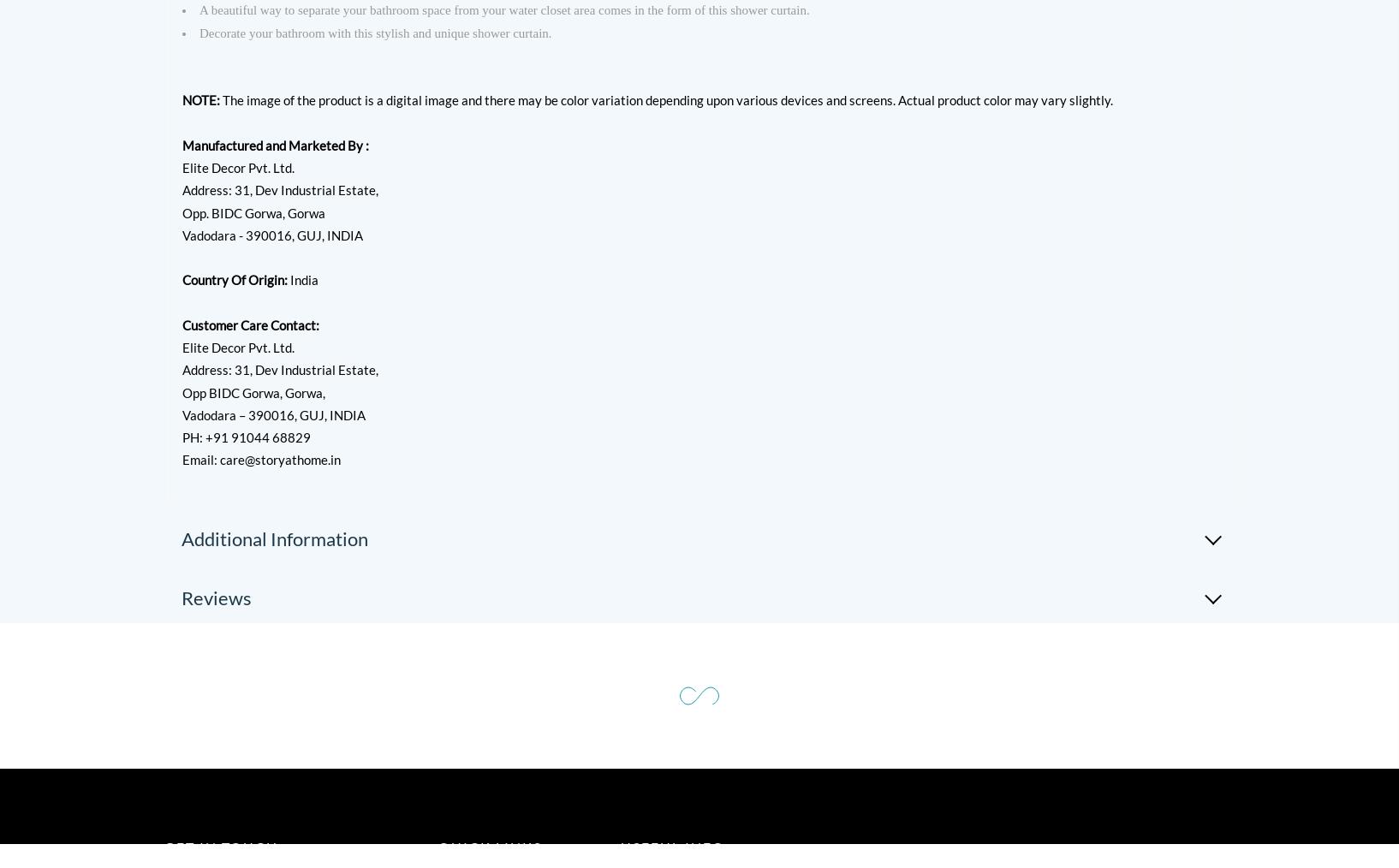  Describe the element at coordinates (199, 9) in the screenshot. I see `'A beautiful way to separate your bathroom space from your water closet area comes in the form of this shower curtain.'` at that location.